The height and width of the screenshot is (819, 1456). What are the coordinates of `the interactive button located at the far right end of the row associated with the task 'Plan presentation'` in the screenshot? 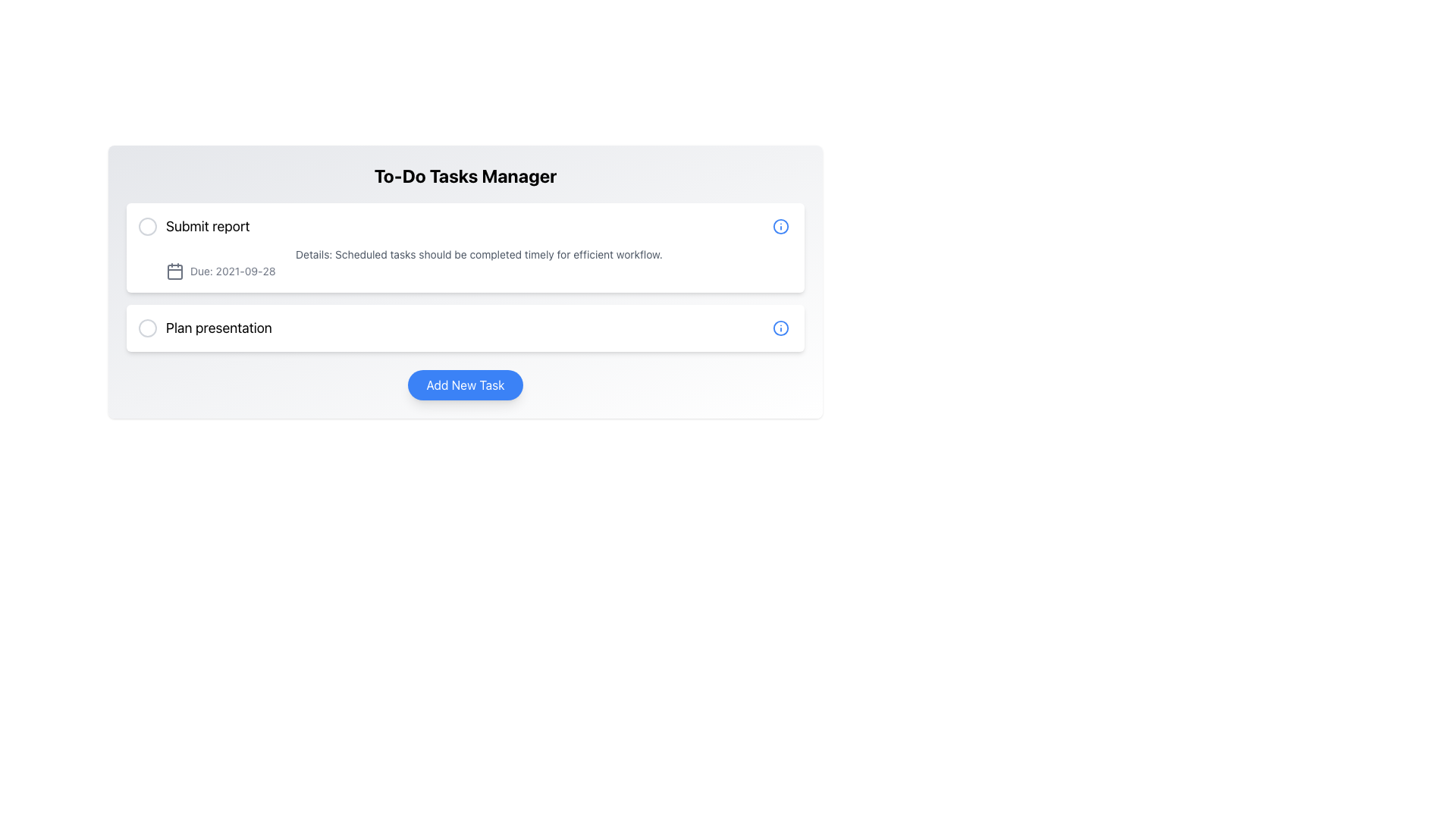 It's located at (781, 327).